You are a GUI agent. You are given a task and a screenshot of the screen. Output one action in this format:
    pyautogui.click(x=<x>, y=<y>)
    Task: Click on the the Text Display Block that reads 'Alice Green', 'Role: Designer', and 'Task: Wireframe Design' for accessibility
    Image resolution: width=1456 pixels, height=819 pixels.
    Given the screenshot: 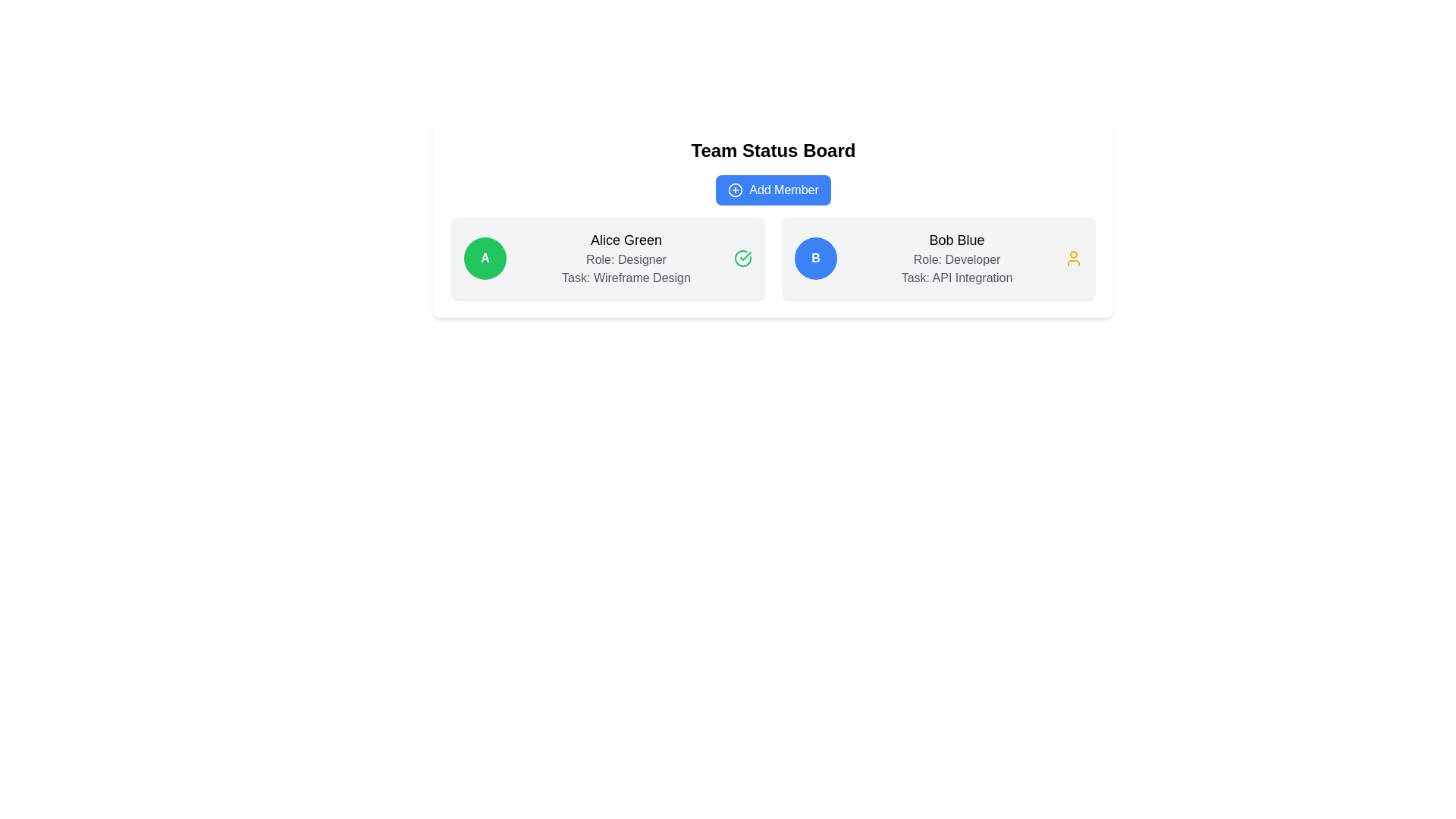 What is the action you would take?
    pyautogui.click(x=626, y=257)
    